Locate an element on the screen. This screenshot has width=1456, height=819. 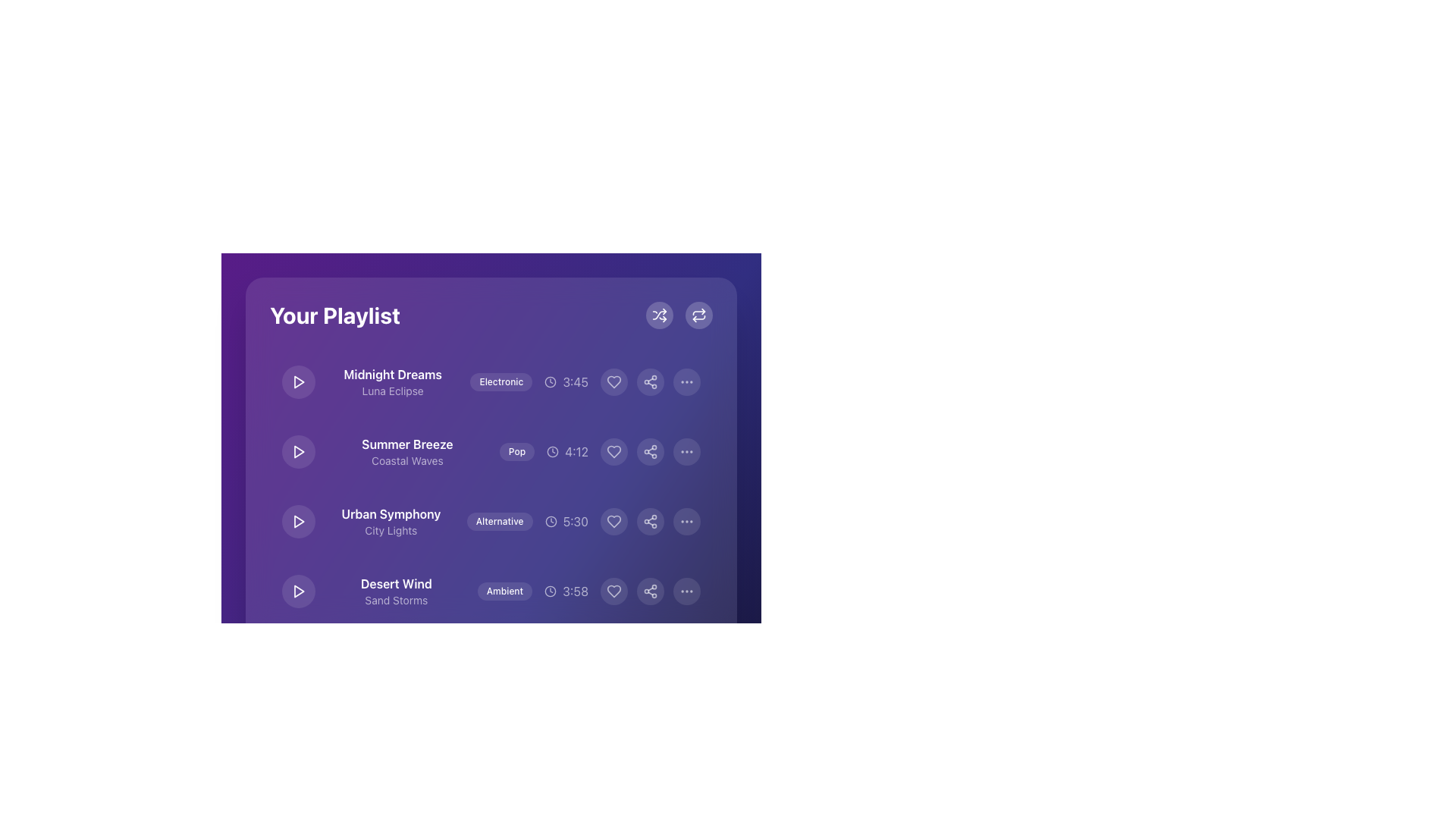
the share button icon located in the fourth row of the playlist items, positioned to the right of the song title is located at coordinates (651, 520).